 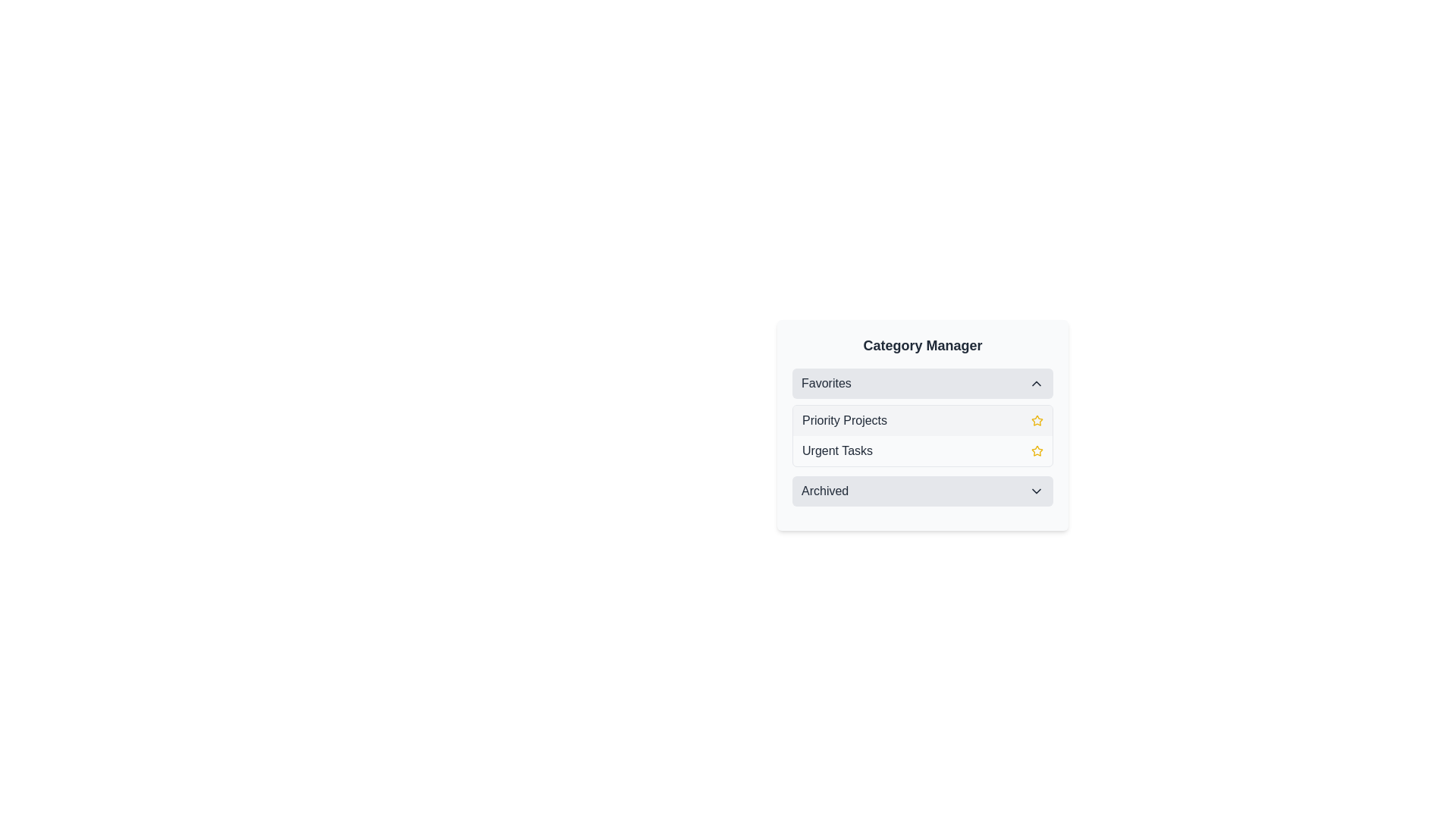 I want to click on the icon located at the rightmost end of the 'Favorites' row in the 'Category Manager' list to interact with the list segment, so click(x=1036, y=382).